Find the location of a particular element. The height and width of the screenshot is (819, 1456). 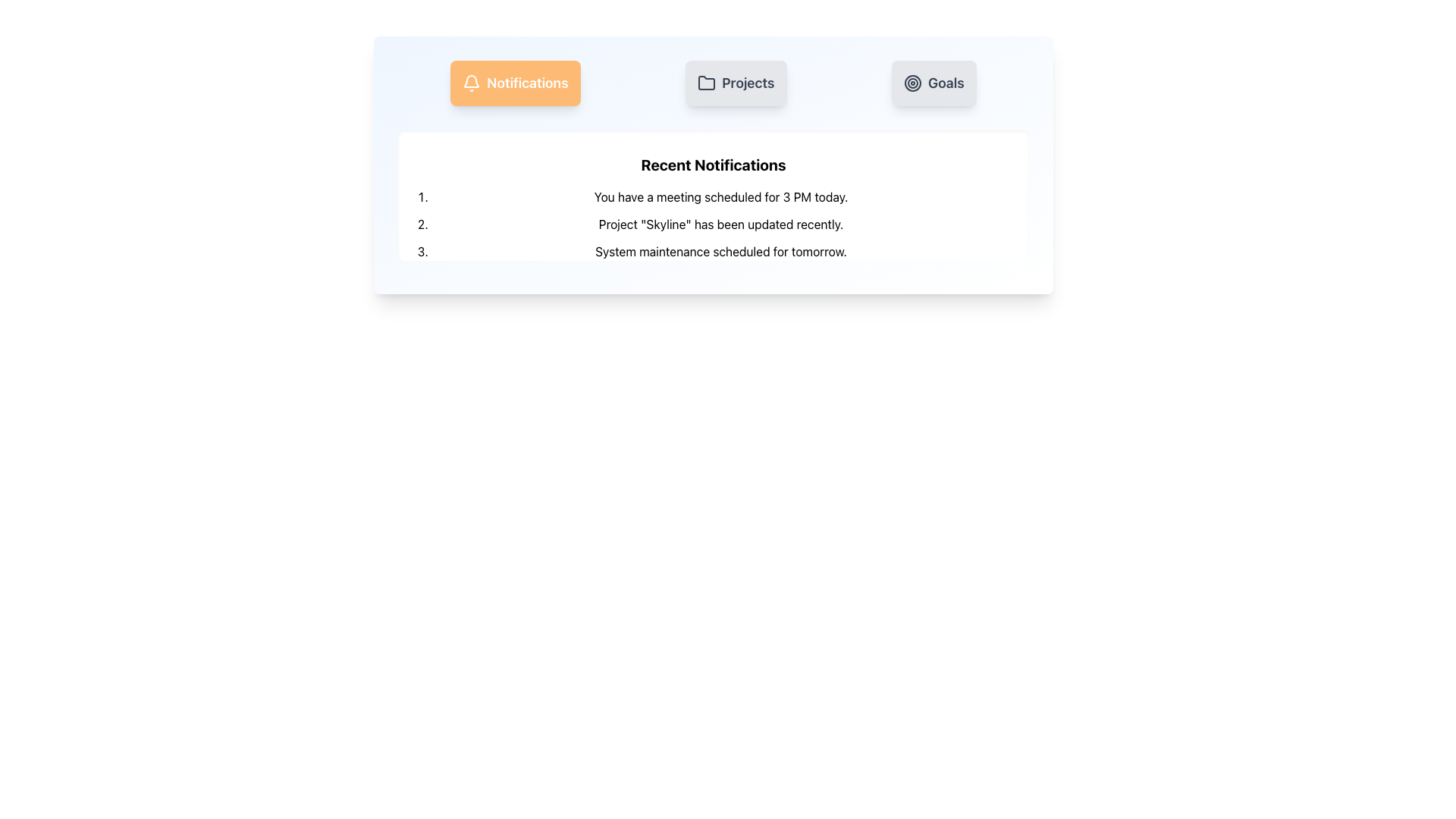

the decorative SVG circle element that is part of a target icon, located in the top-right section of the interface is located at coordinates (912, 83).